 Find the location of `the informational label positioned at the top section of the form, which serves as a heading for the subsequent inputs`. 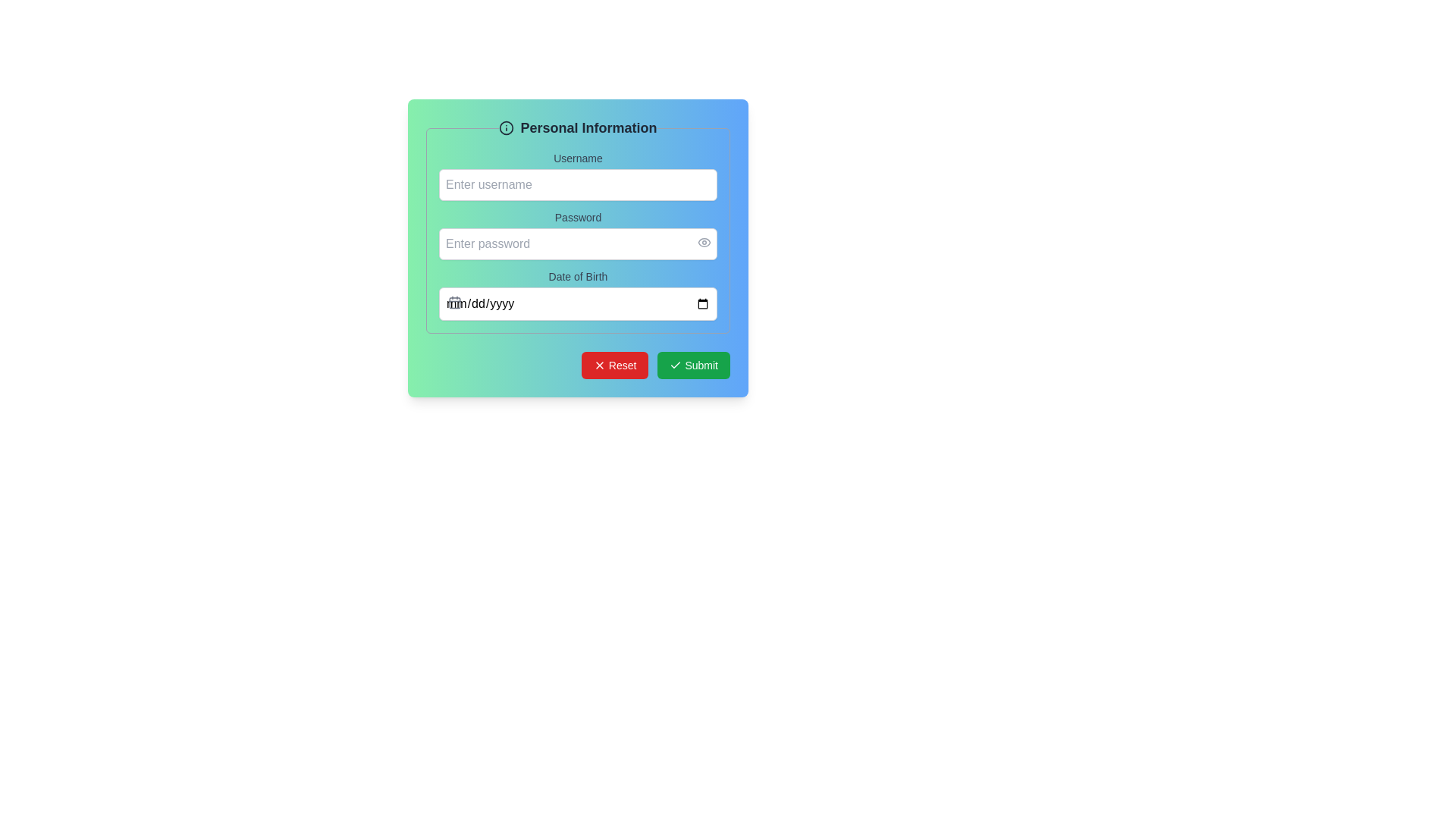

the informational label positioned at the top section of the form, which serves as a heading for the subsequent inputs is located at coordinates (588, 127).